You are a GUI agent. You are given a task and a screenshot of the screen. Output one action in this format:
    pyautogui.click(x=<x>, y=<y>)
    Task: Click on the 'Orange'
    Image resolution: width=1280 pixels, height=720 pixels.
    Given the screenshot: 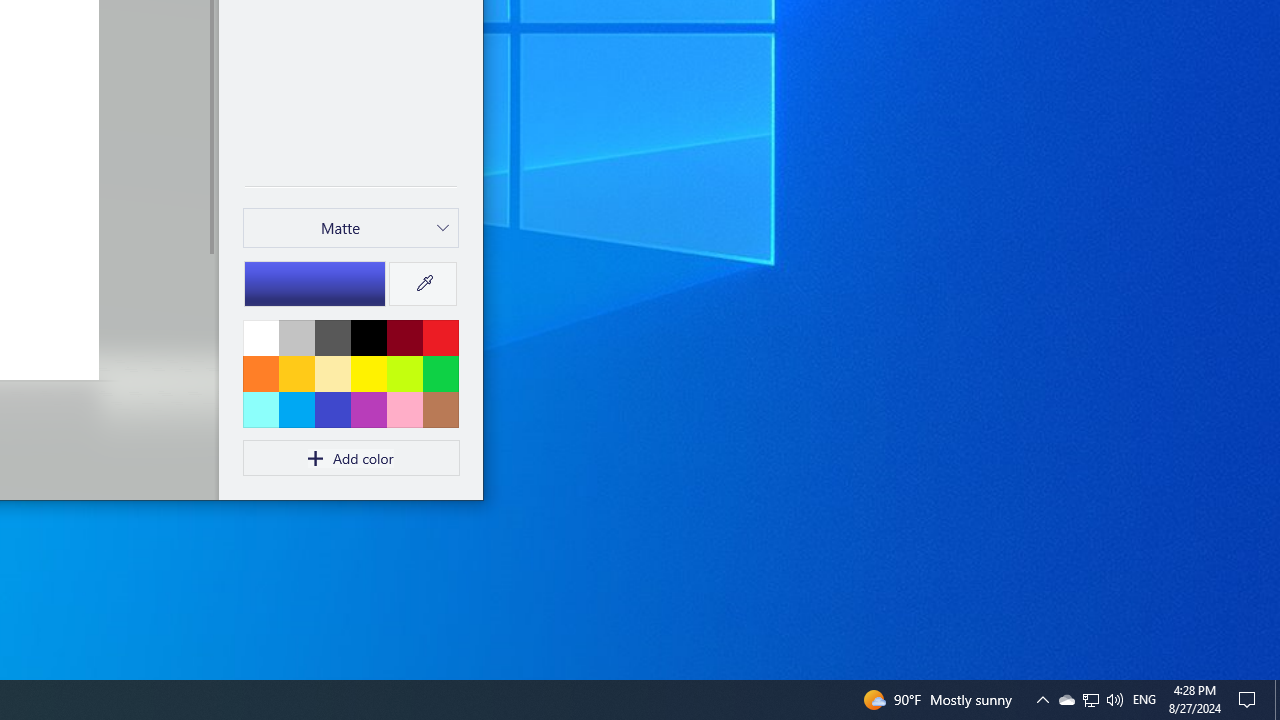 What is the action you would take?
    pyautogui.click(x=260, y=373)
    